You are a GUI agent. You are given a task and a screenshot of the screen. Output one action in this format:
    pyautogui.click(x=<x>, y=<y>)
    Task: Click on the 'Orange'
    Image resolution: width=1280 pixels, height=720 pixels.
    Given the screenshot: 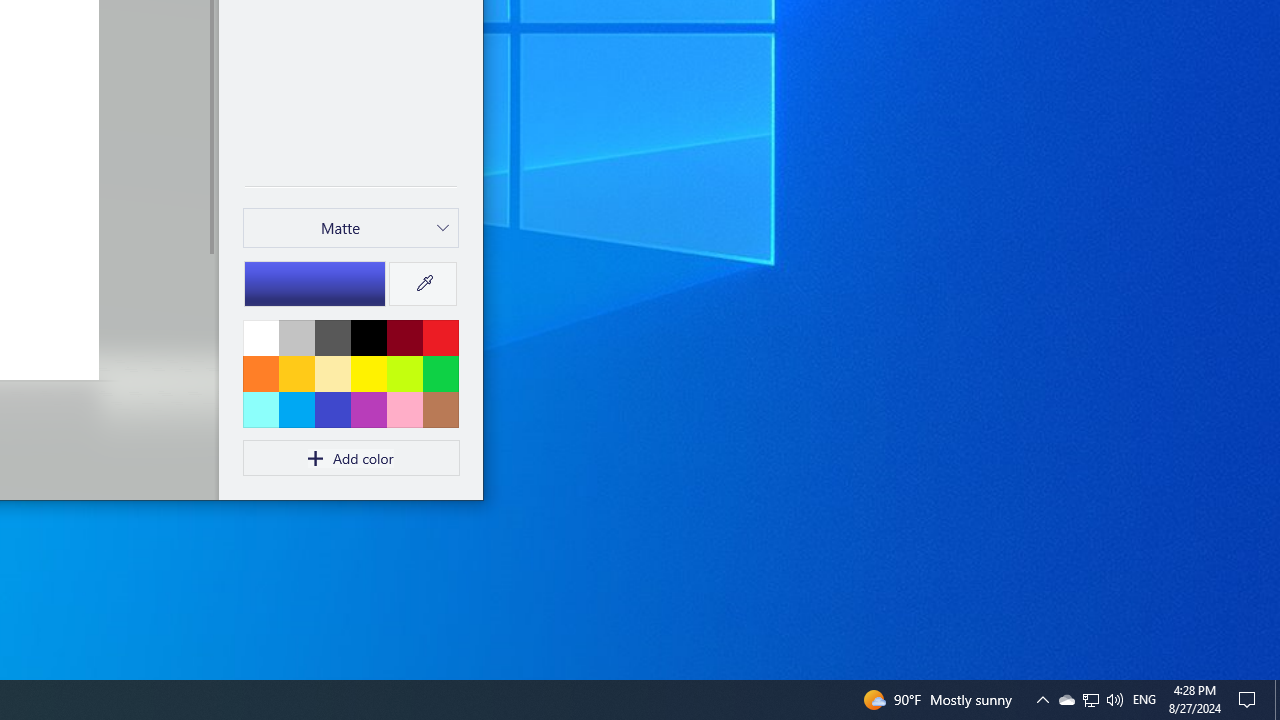 What is the action you would take?
    pyautogui.click(x=260, y=373)
    